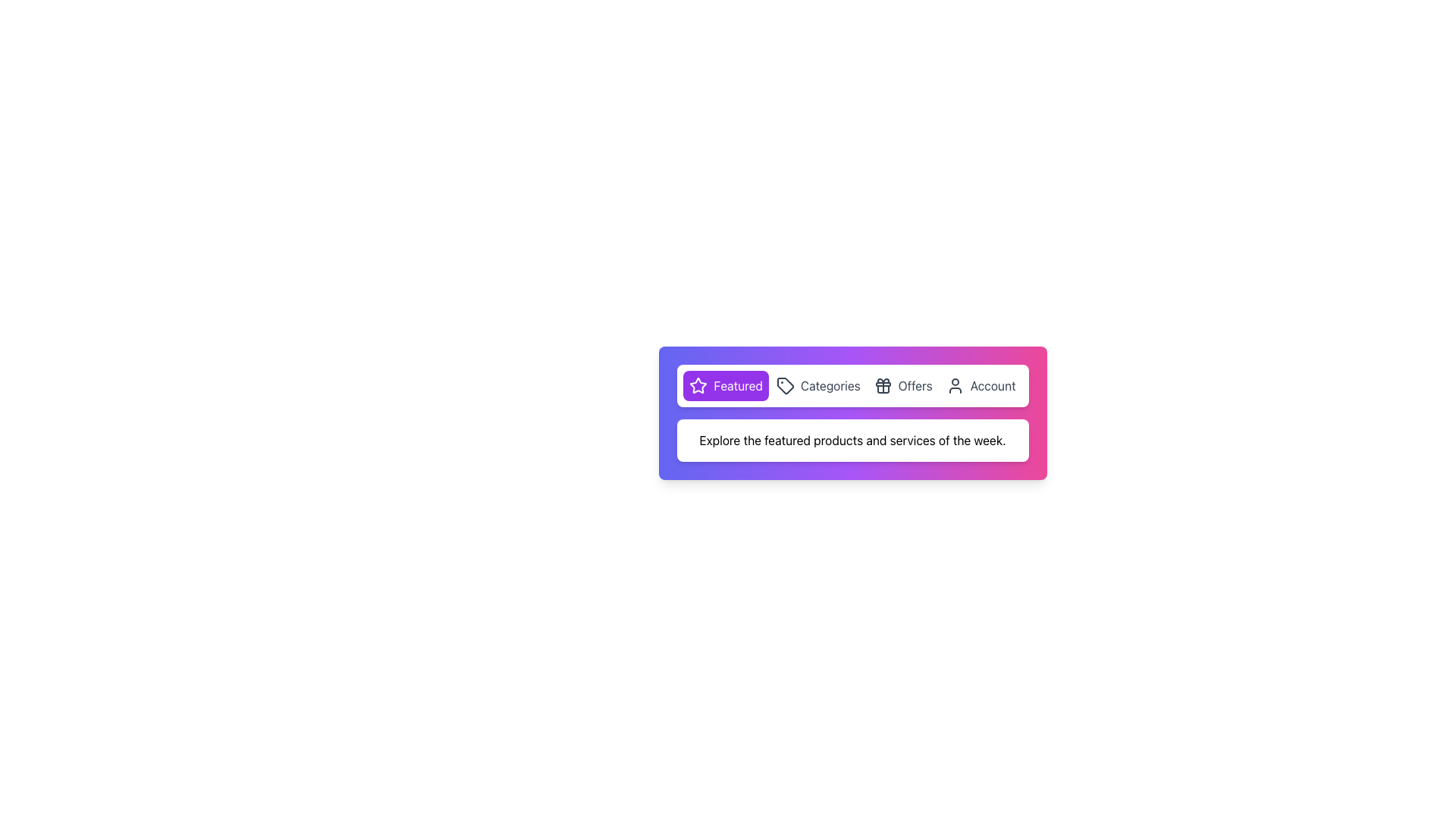 Image resolution: width=1456 pixels, height=819 pixels. What do you see at coordinates (993, 385) in the screenshot?
I see `the 'Account' text label in the navigation bar` at bounding box center [993, 385].